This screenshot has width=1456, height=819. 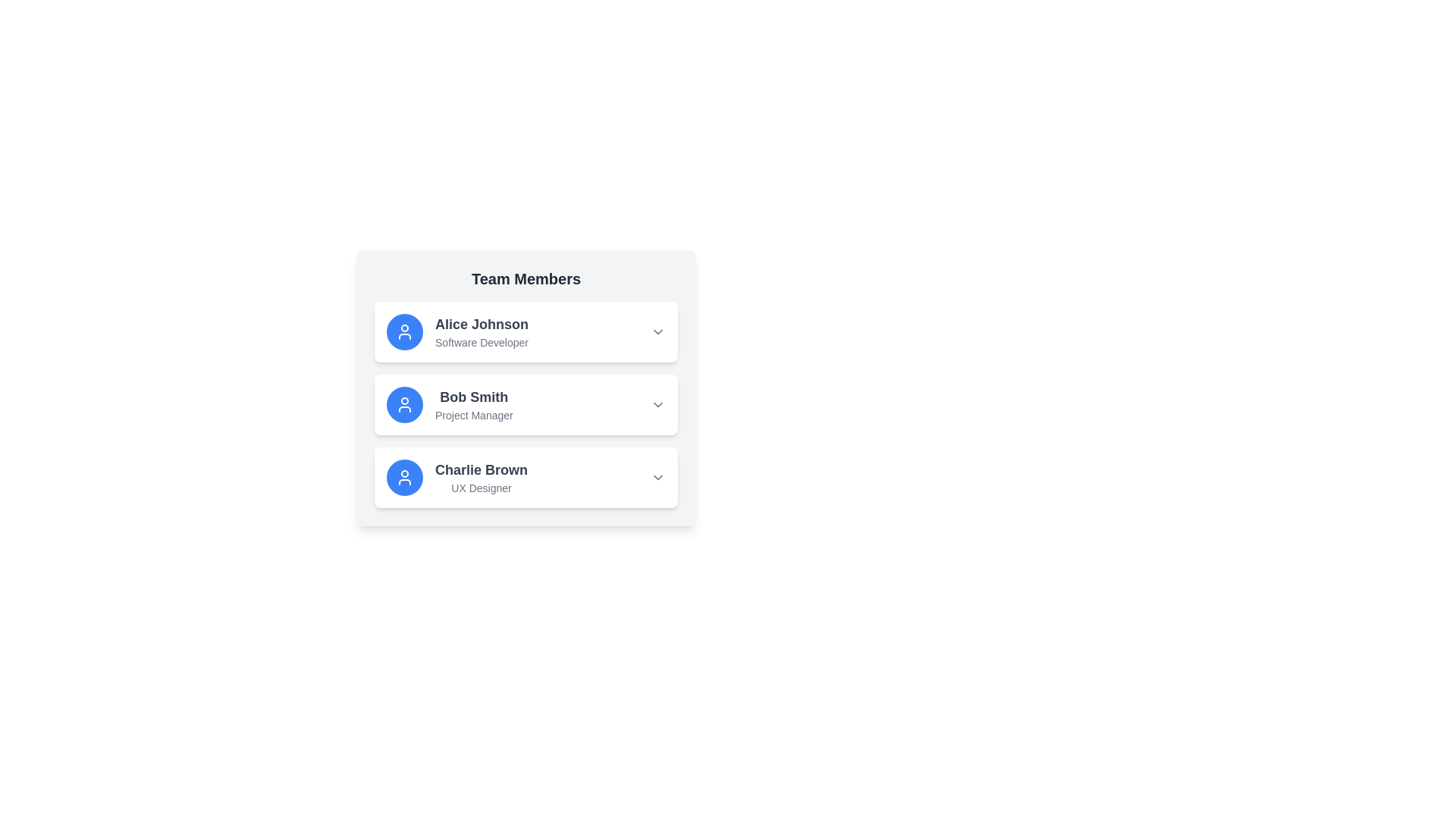 I want to click on the Profile avatar for 'Charlie Brown', so click(x=404, y=476).